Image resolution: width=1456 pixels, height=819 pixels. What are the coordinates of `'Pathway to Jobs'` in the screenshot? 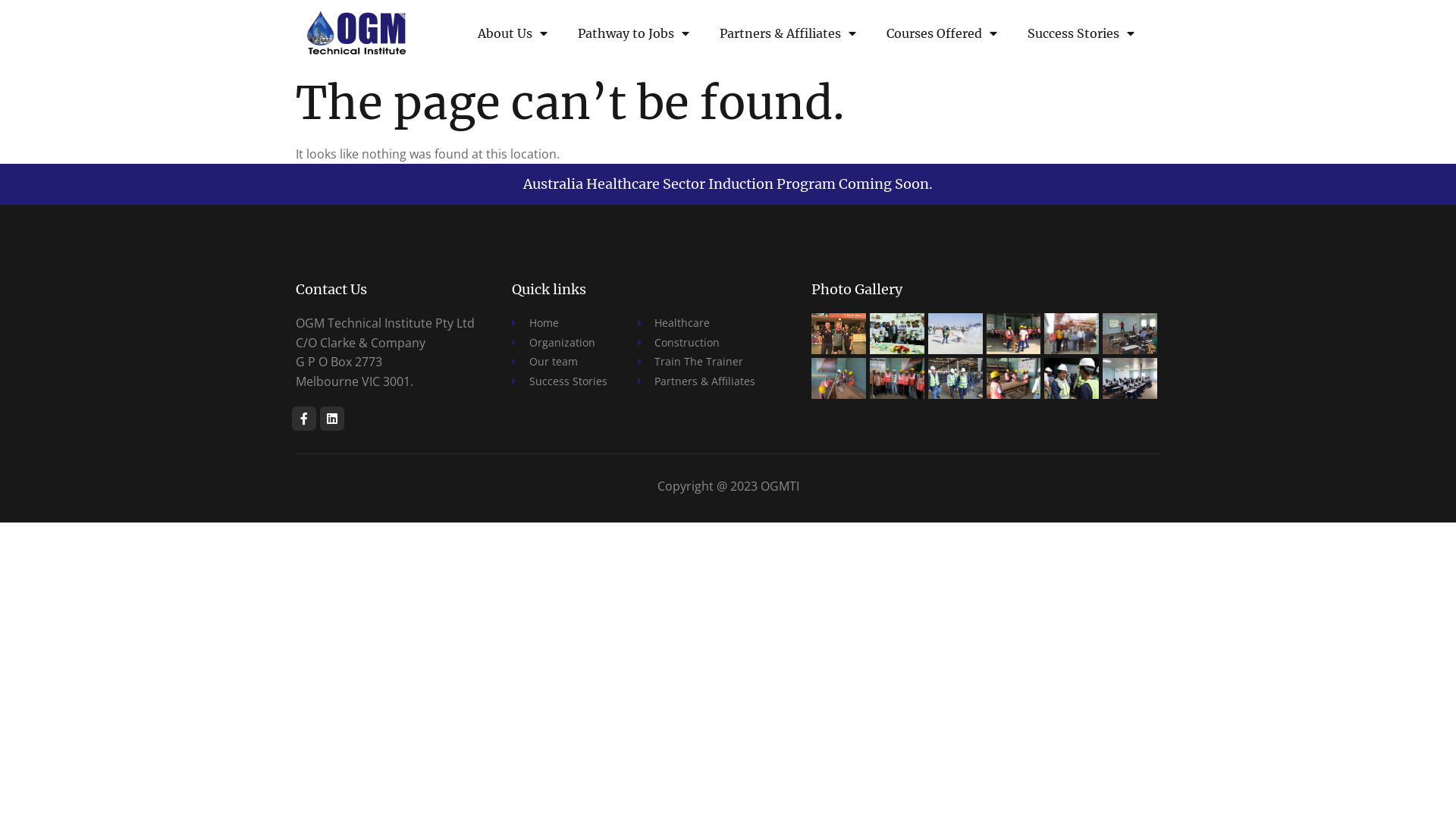 It's located at (633, 33).